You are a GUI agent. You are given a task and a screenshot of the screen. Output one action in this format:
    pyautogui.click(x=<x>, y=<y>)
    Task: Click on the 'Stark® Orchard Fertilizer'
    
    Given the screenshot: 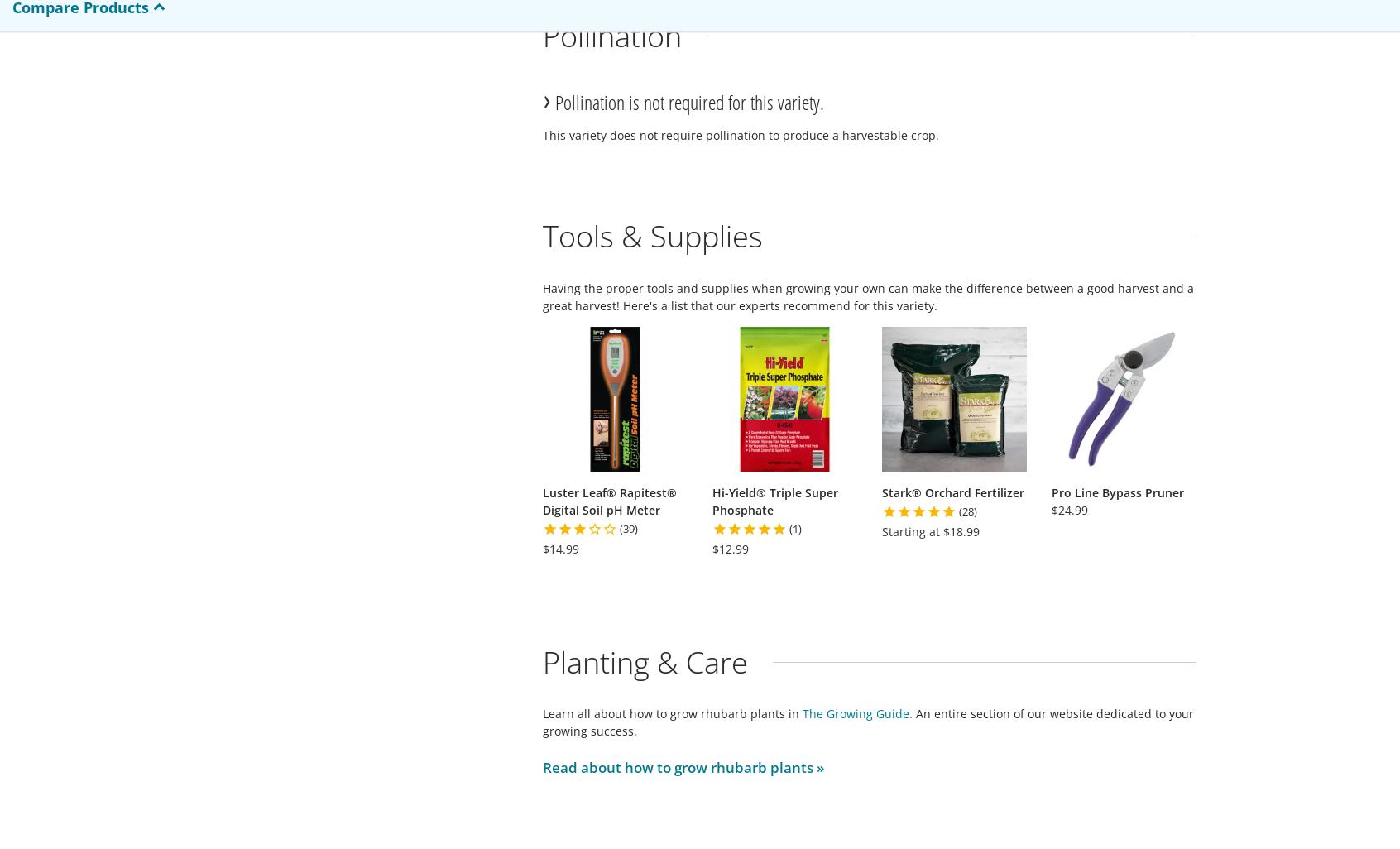 What is the action you would take?
    pyautogui.click(x=952, y=491)
    